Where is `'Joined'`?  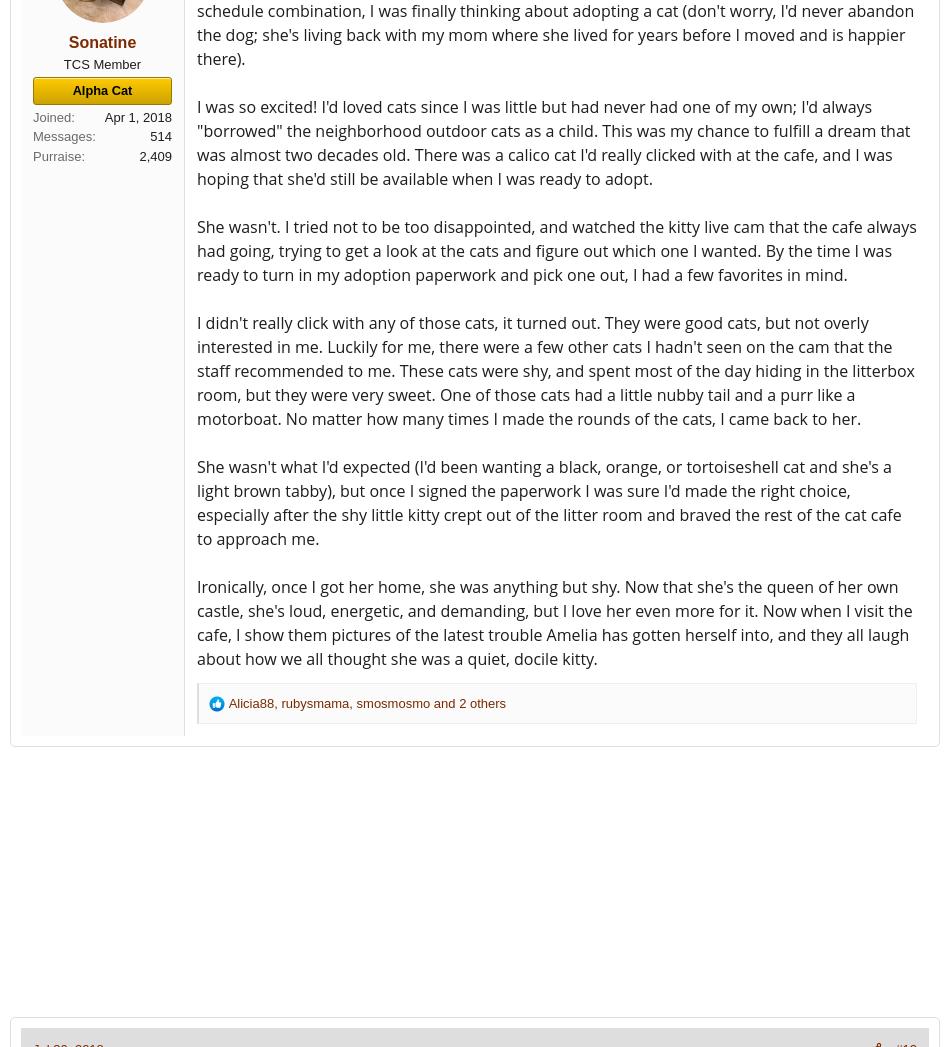
'Joined' is located at coordinates (51, 115).